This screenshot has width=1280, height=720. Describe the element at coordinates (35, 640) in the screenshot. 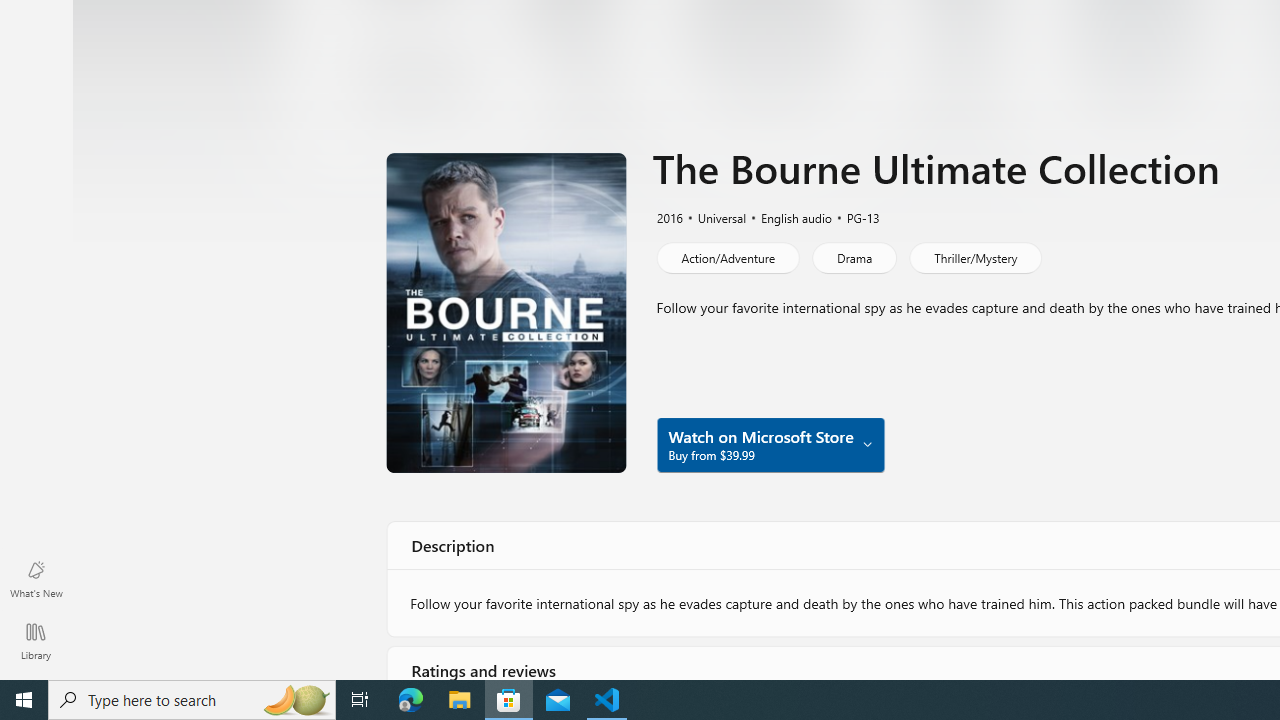

I see `'Library'` at that location.